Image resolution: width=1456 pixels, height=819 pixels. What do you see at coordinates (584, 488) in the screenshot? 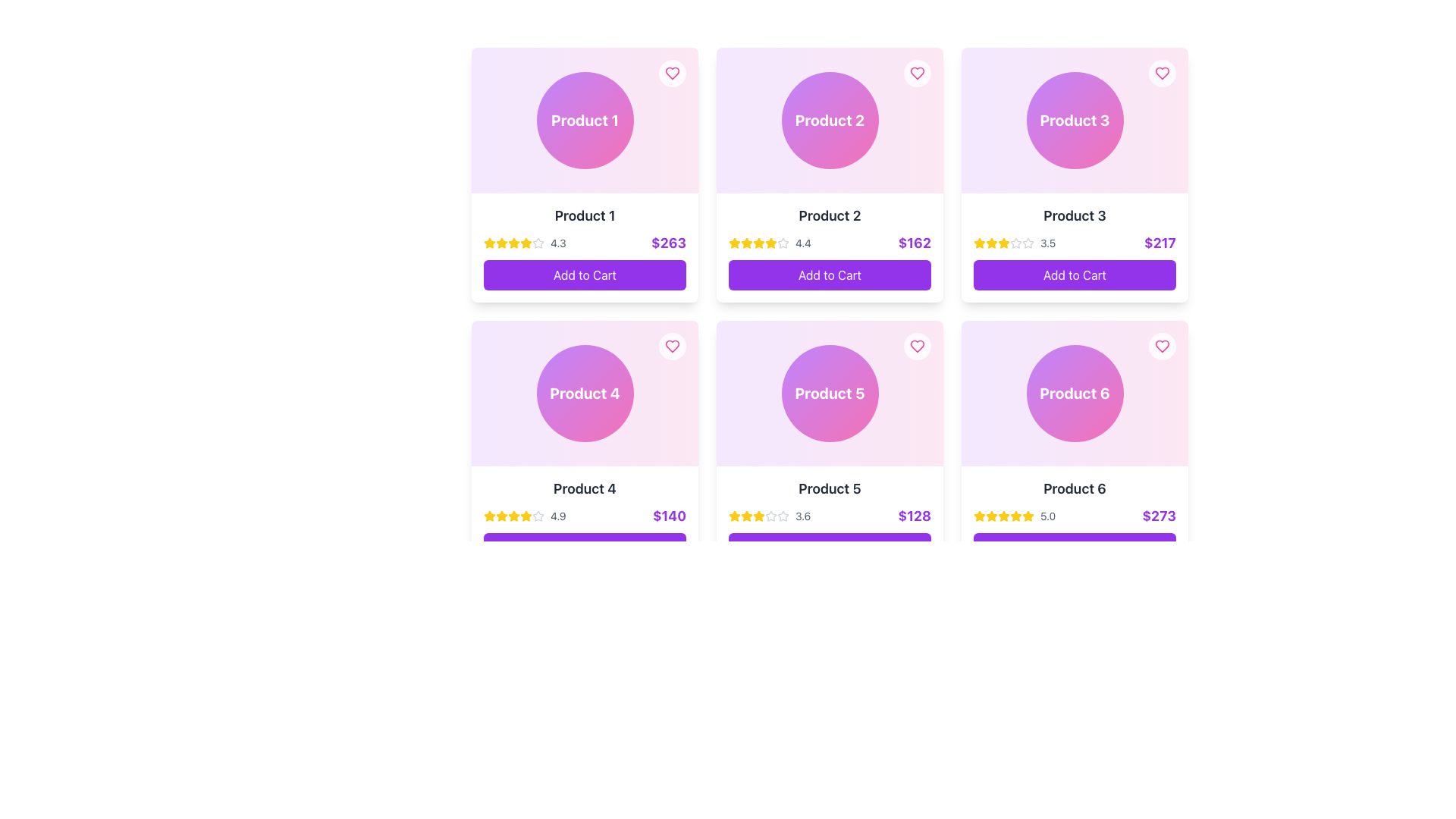
I see `the static text label serving as a title or label for the product presented in its card, located in the second row, first column of the product grid` at bounding box center [584, 488].